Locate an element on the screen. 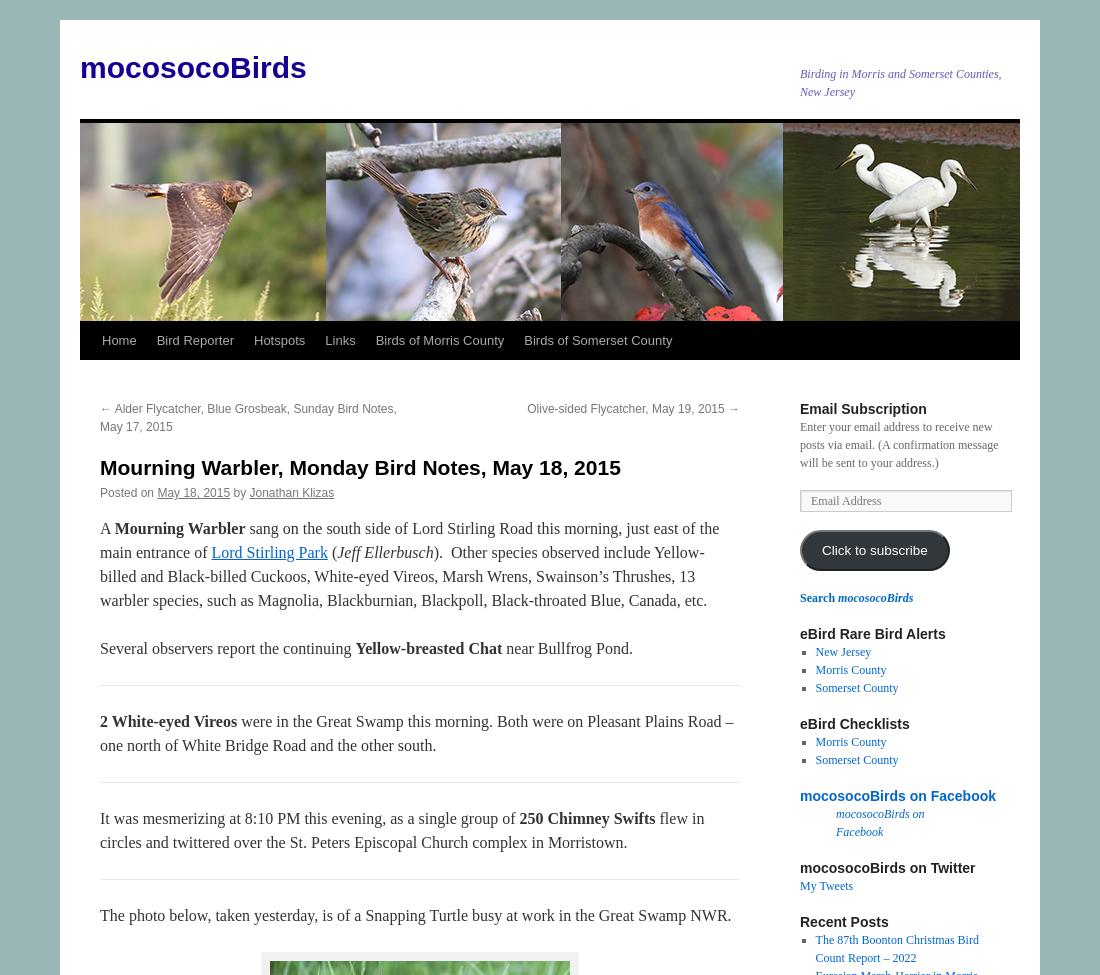 The image size is (1100, 975). 'by' is located at coordinates (239, 491).